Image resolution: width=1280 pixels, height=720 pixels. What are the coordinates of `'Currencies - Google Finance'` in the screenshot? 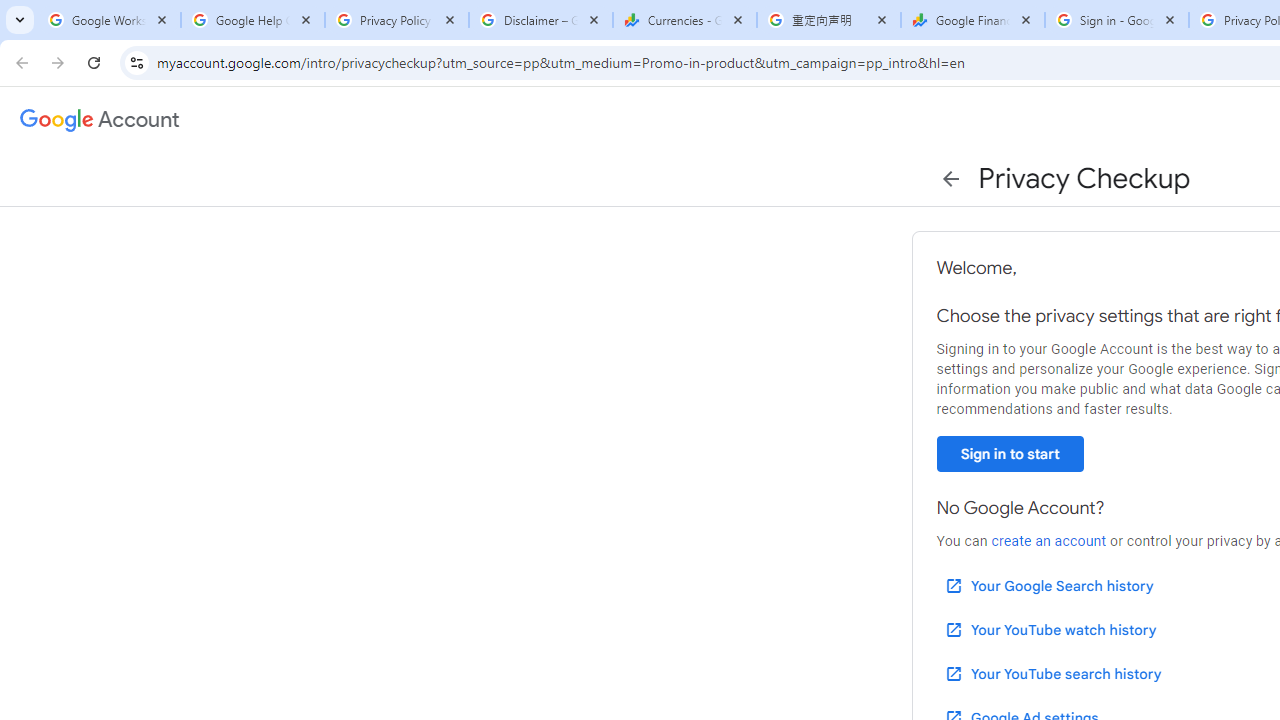 It's located at (684, 20).